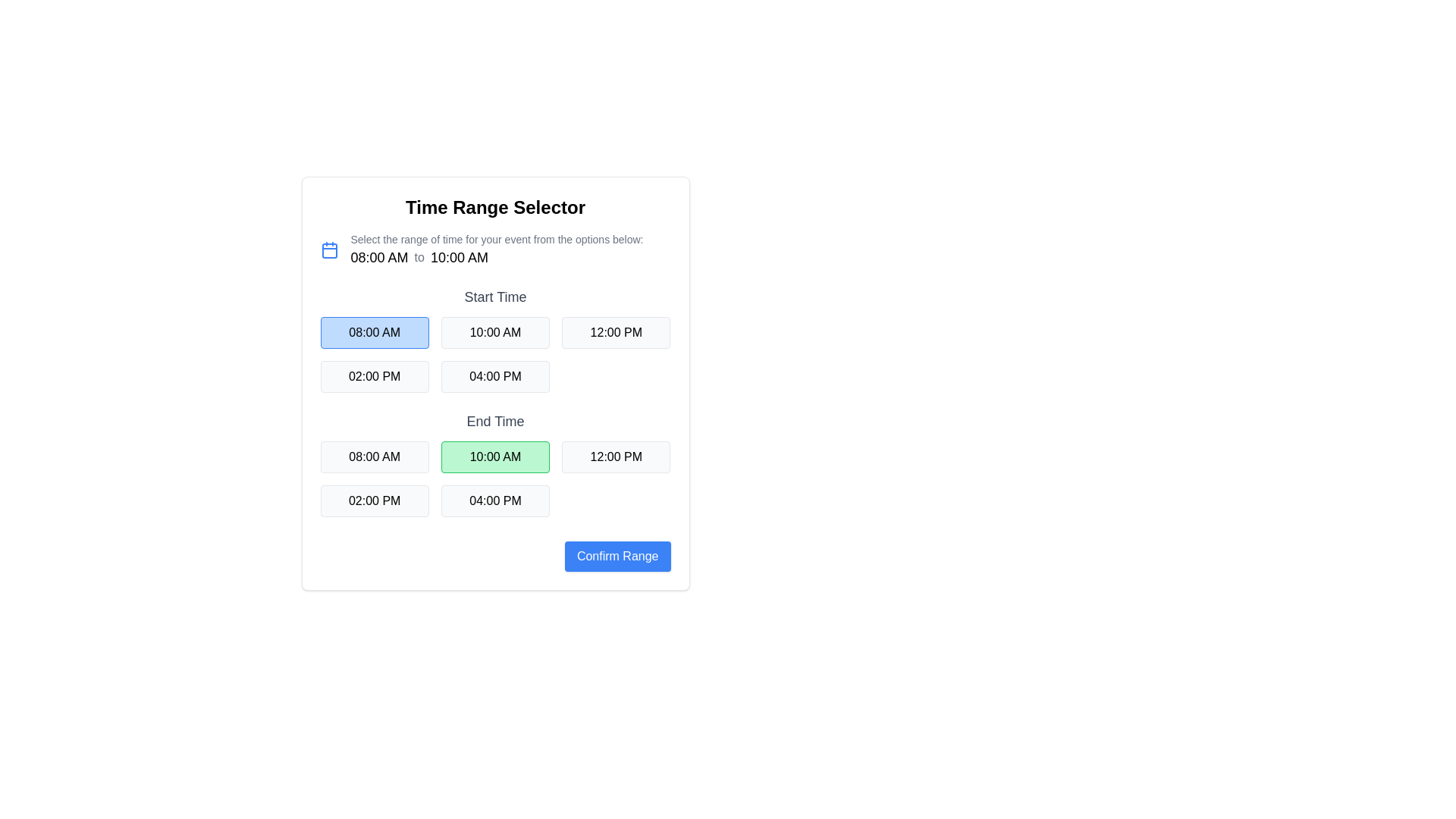 This screenshot has height=819, width=1456. Describe the element at coordinates (375, 332) in the screenshot. I see `the selectable time option button located at the top-left corner of the grid layout to change its background color` at that location.